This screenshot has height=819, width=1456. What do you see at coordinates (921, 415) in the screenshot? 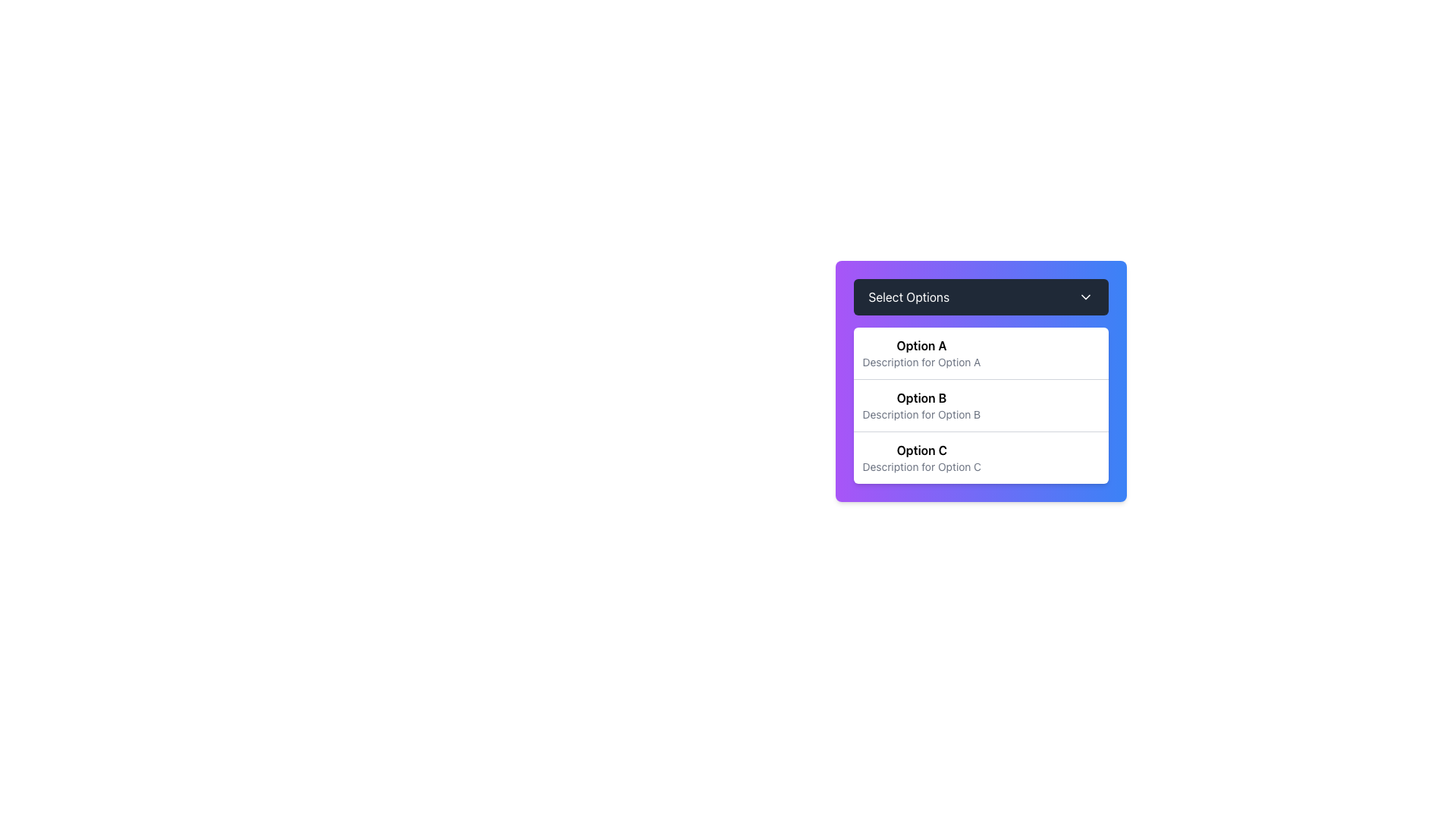
I see `the text label displaying 'Description for Option B' in the dropdown menu` at bounding box center [921, 415].